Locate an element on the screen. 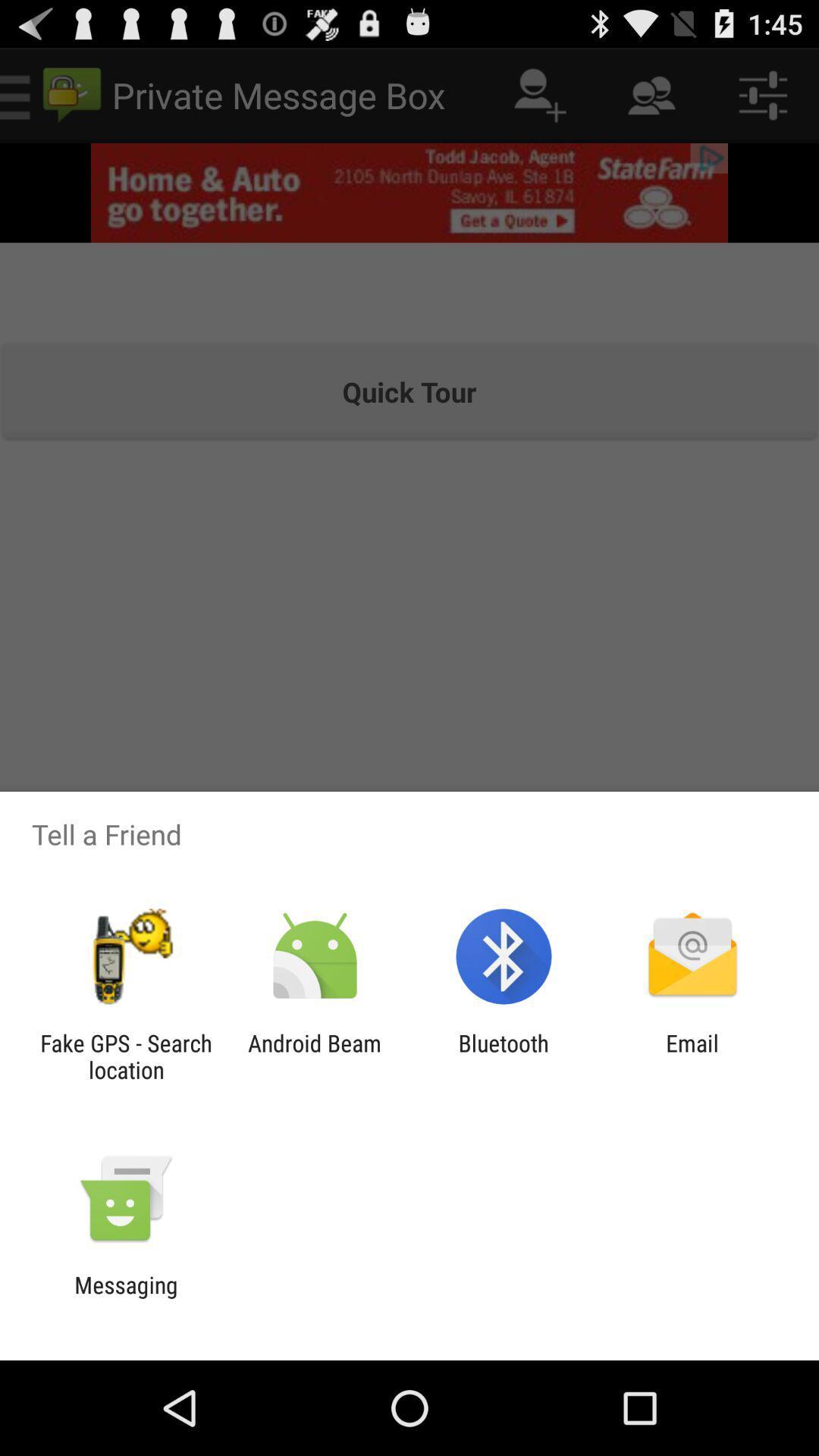  the item next to bluetooth icon is located at coordinates (692, 1056).